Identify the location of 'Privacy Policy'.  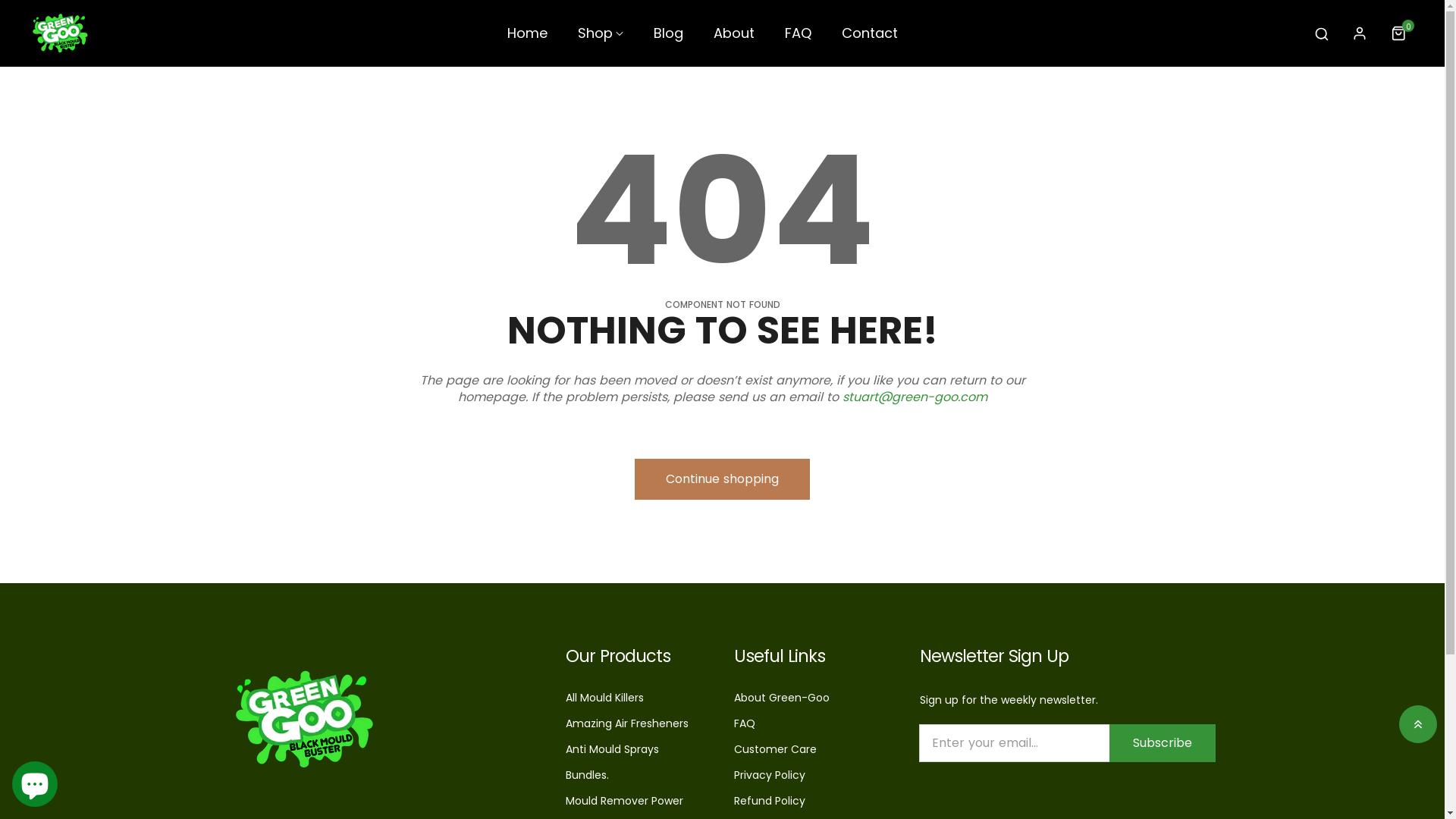
(769, 775).